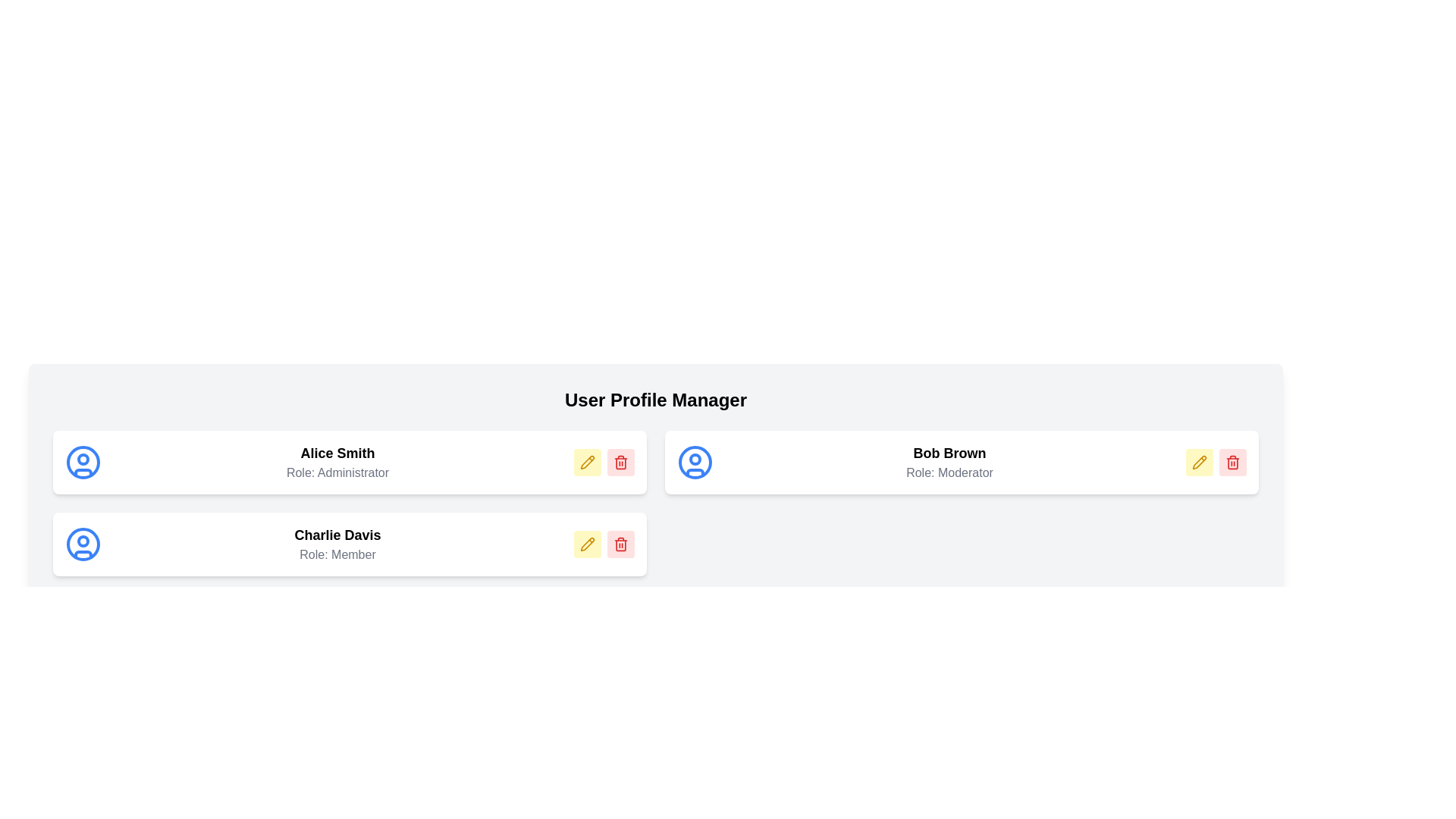 This screenshot has width=1456, height=819. I want to click on the red circular delete button with a white trash can icon located on the rightmost side of the layout group under the user profile box for 'Charlie Davis', so click(621, 543).